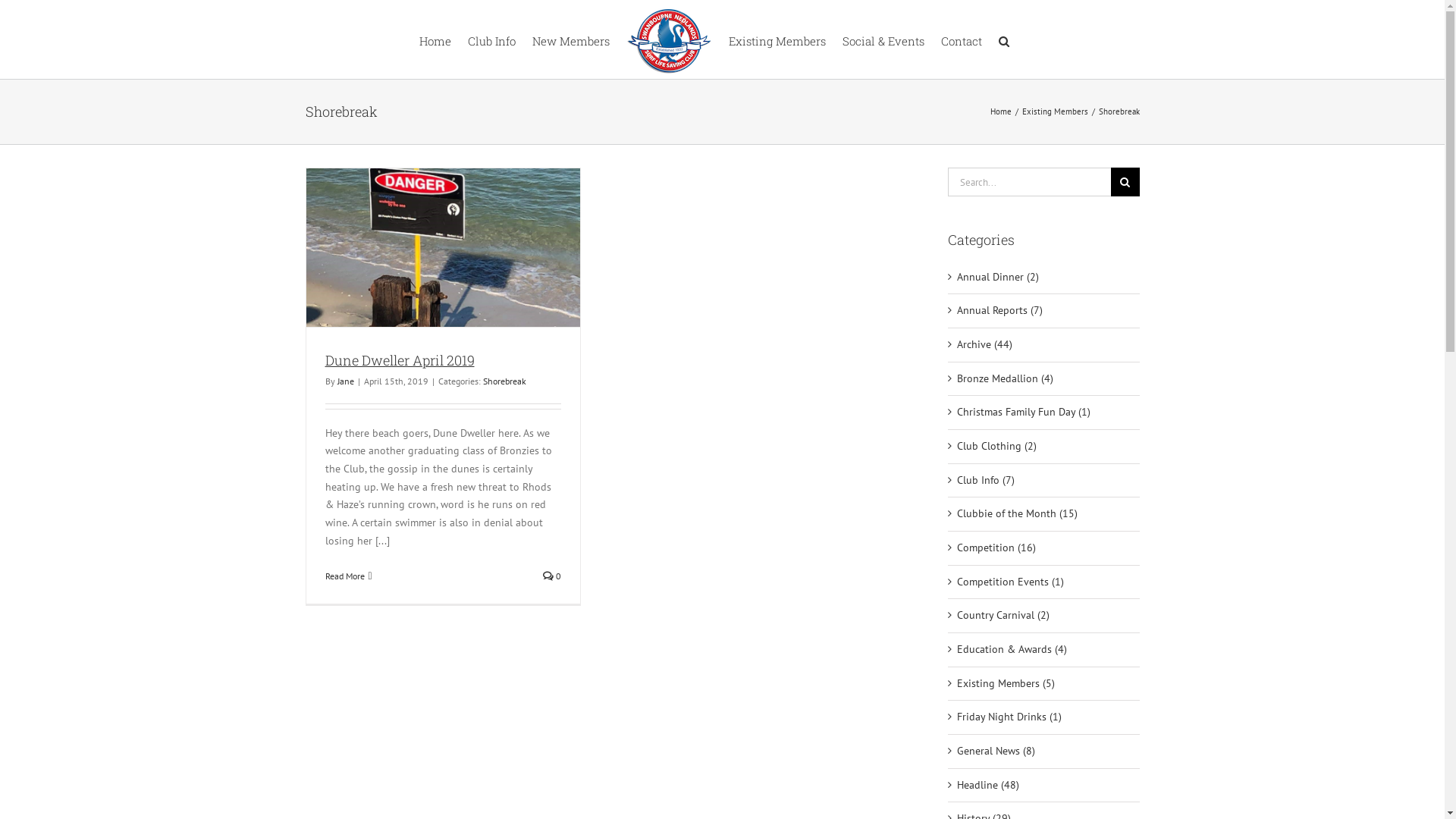  Describe the element at coordinates (1001, 110) in the screenshot. I see `'Home'` at that location.